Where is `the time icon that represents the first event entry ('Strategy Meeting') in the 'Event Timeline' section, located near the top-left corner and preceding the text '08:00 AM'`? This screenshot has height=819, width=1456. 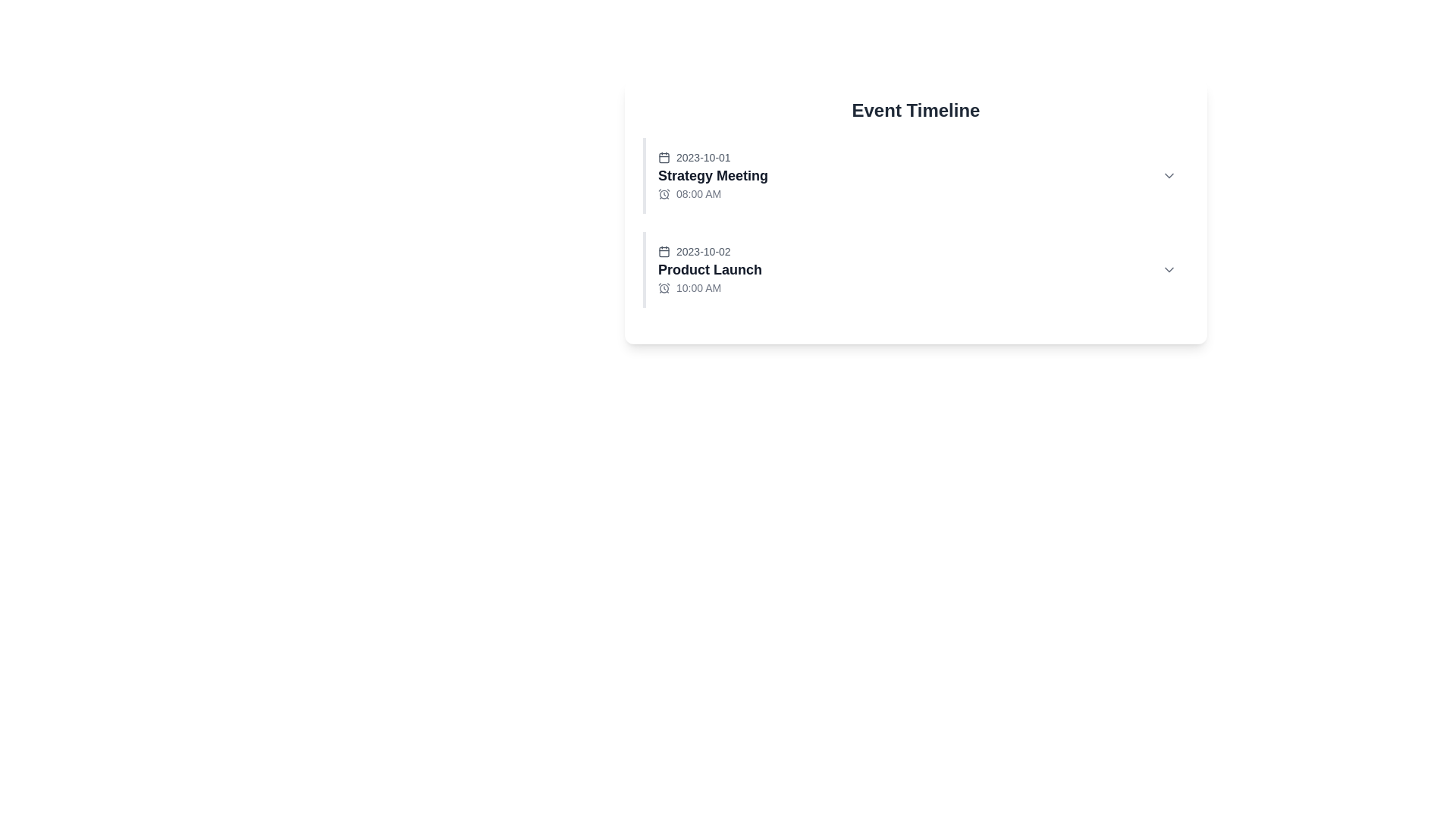
the time icon that represents the first event entry ('Strategy Meeting') in the 'Event Timeline' section, located near the top-left corner and preceding the text '08:00 AM' is located at coordinates (664, 193).